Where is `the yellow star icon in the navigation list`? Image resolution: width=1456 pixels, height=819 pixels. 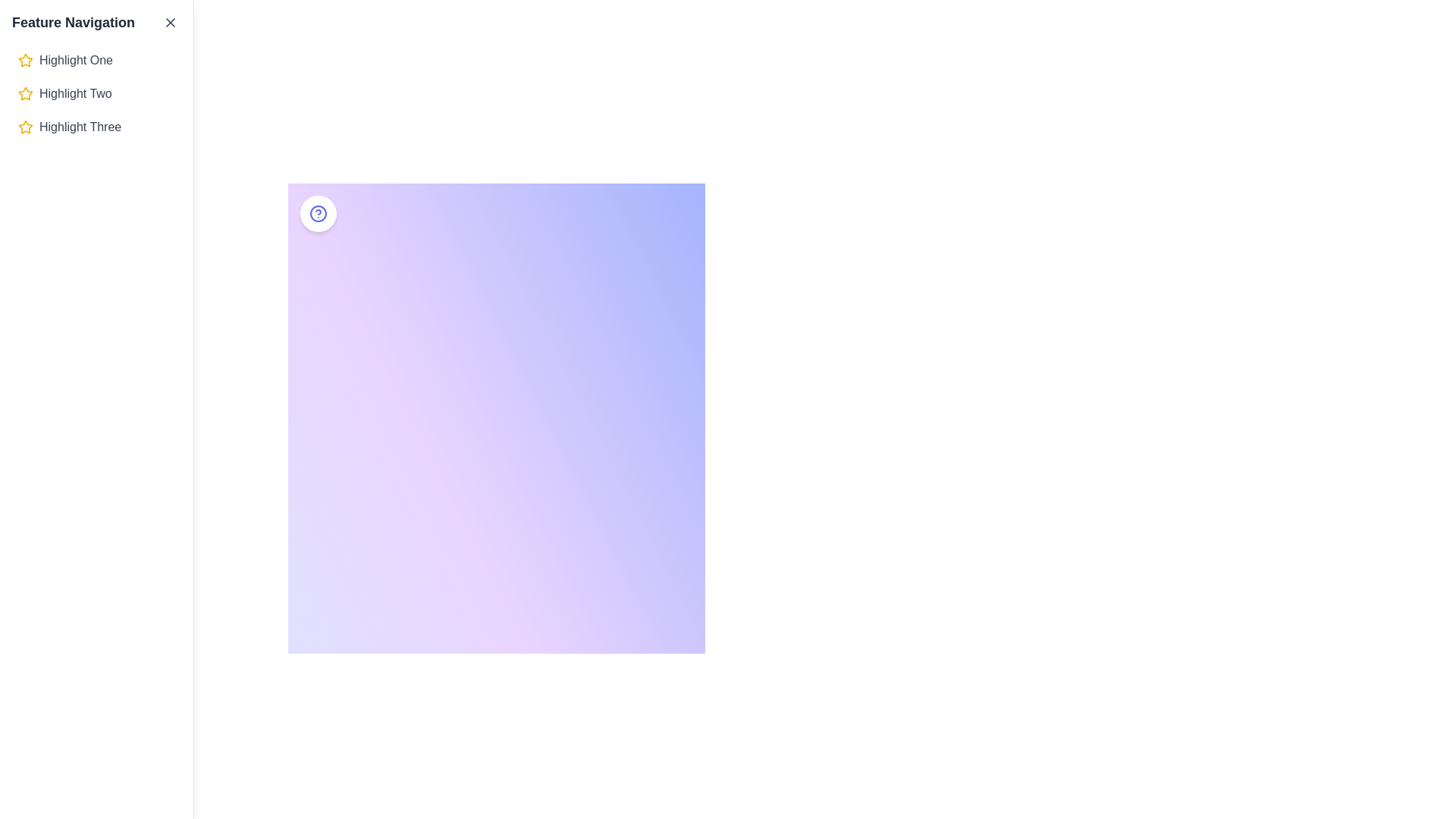 the yellow star icon in the navigation list is located at coordinates (25, 93).